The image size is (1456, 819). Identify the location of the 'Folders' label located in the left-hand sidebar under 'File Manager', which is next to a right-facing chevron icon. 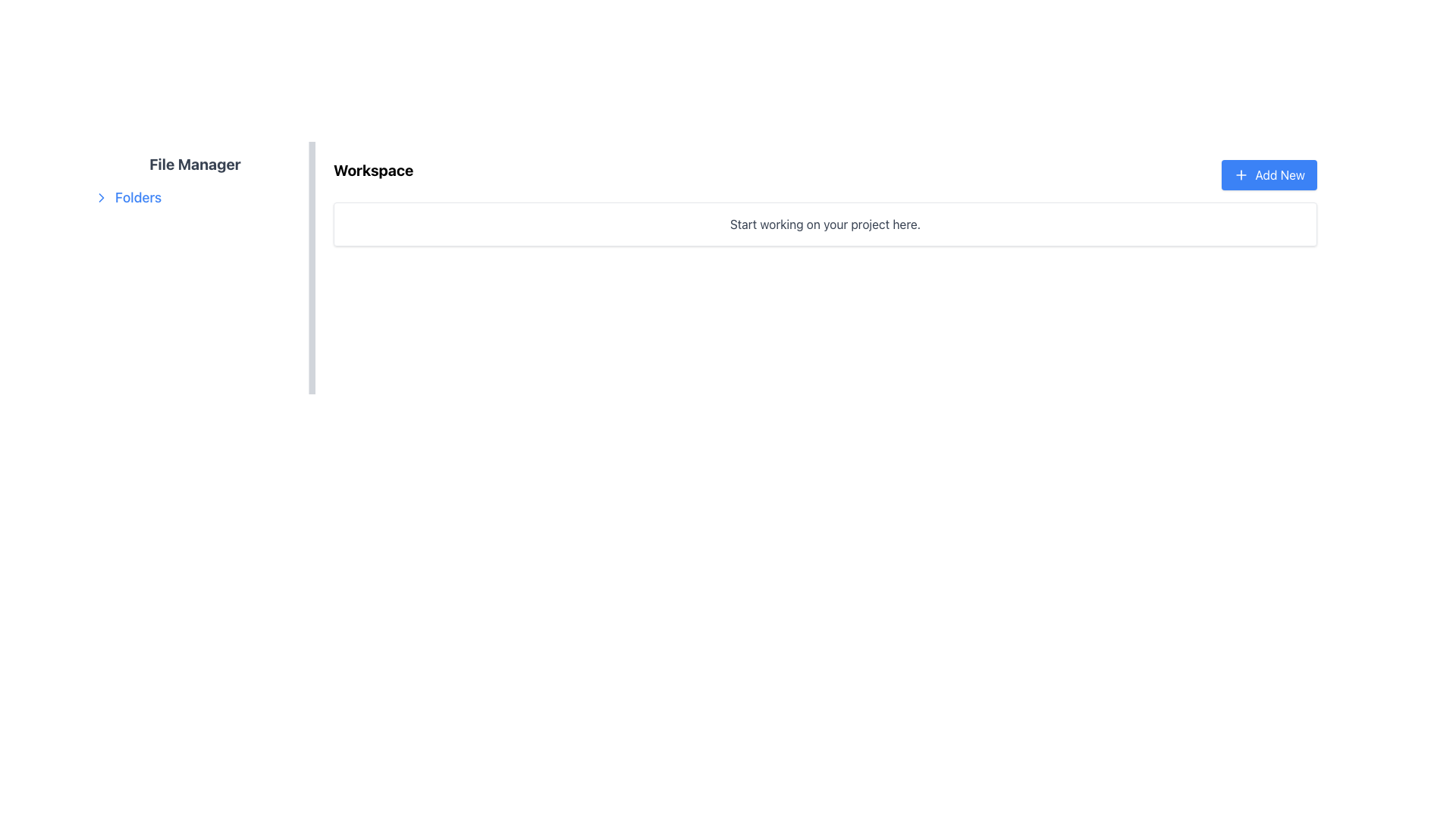
(138, 197).